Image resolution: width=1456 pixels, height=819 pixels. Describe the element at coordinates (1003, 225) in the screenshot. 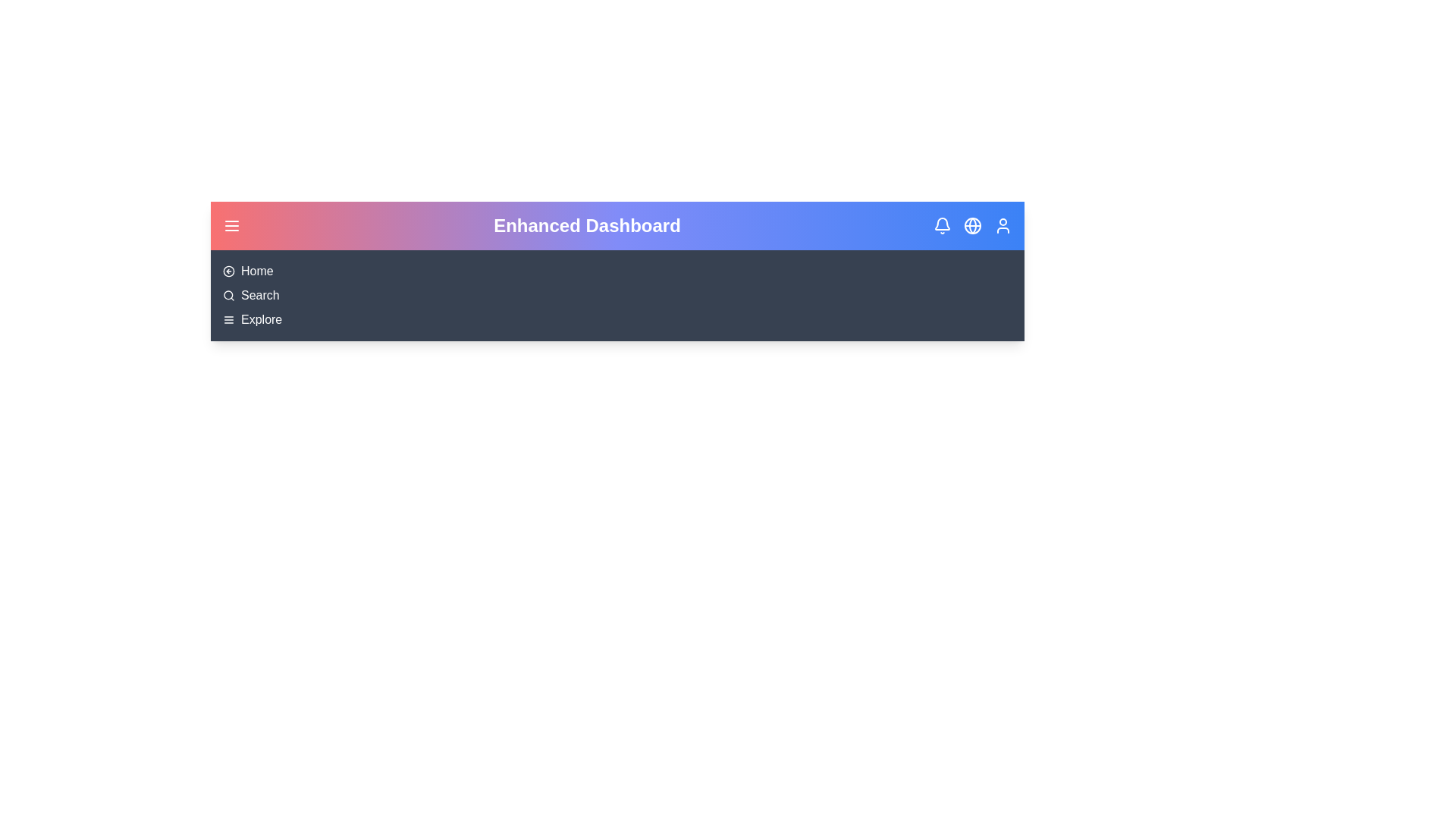

I see `the user element` at that location.